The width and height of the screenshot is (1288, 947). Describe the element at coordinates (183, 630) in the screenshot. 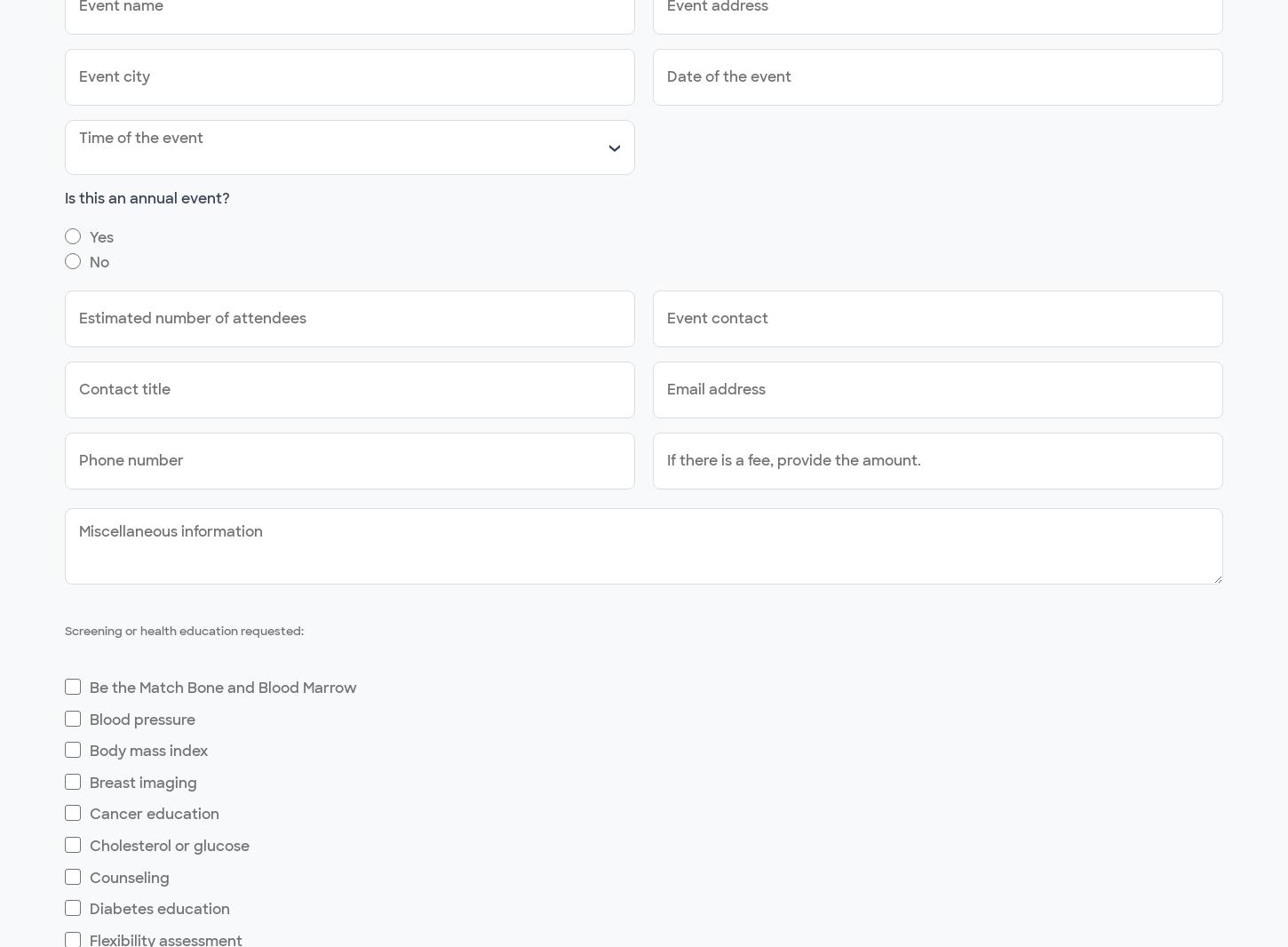

I see `'Screening or health education requested:'` at that location.